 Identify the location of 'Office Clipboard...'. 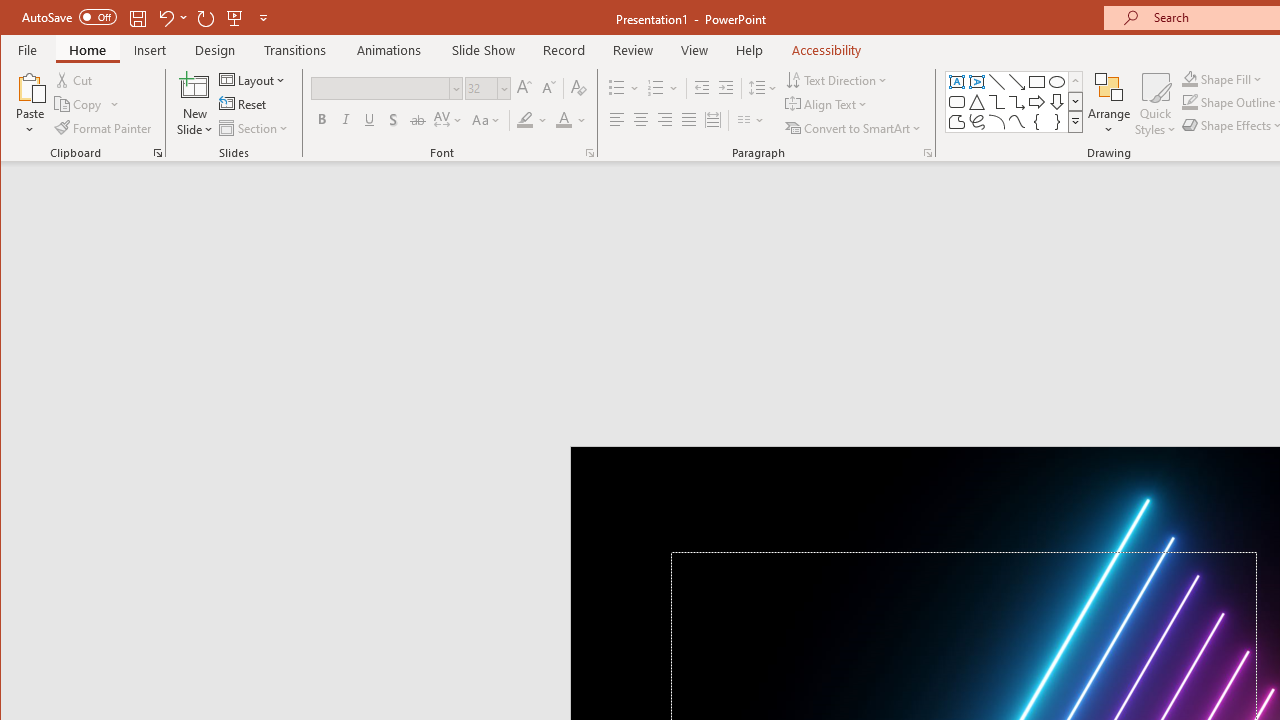
(157, 152).